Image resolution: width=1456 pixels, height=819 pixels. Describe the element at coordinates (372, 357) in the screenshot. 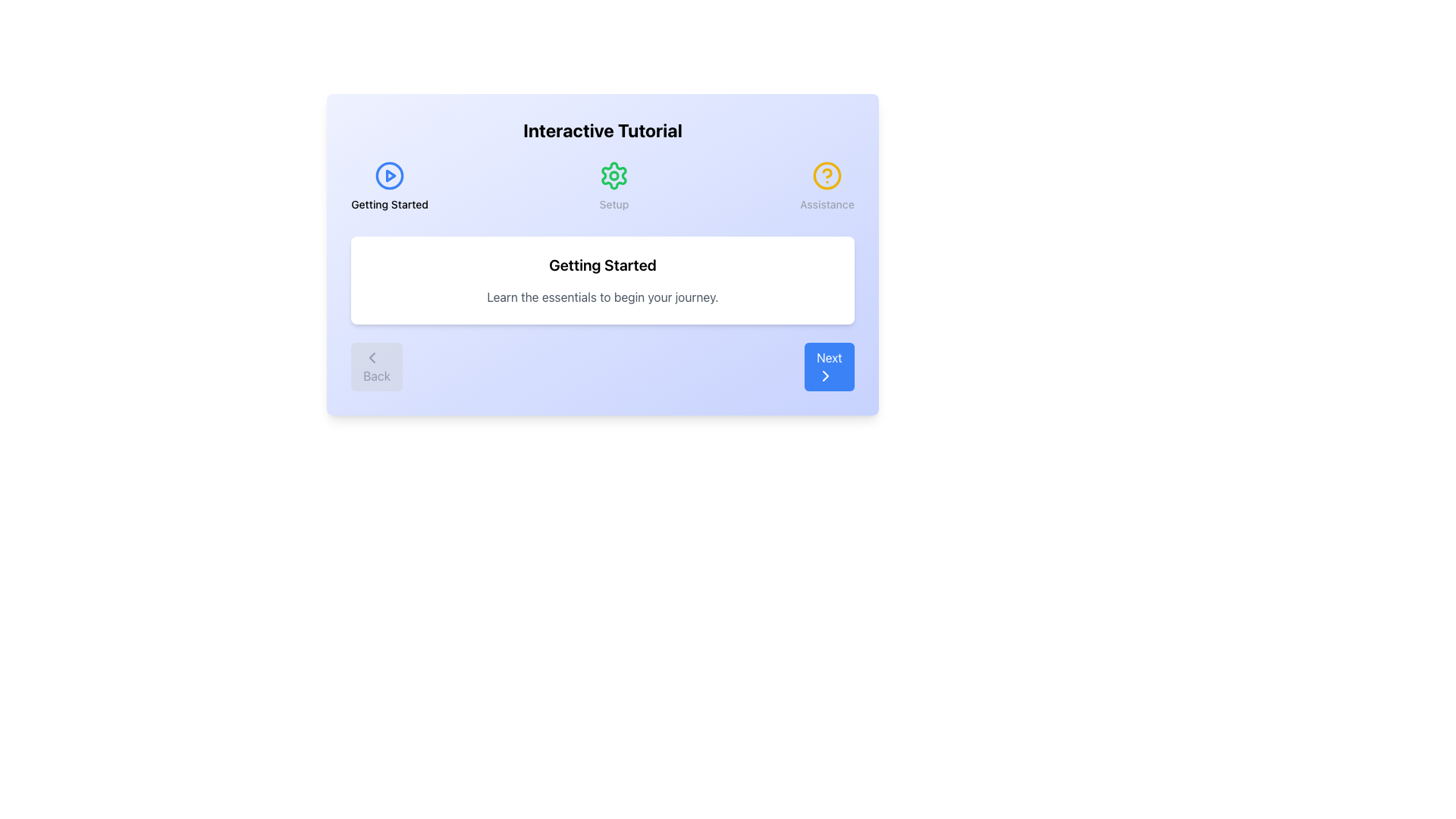

I see `the left-facing chevron arrow icon on the 'Back' button, which is positioned at the bottom-left corner of the interactive tutorial interface` at that location.